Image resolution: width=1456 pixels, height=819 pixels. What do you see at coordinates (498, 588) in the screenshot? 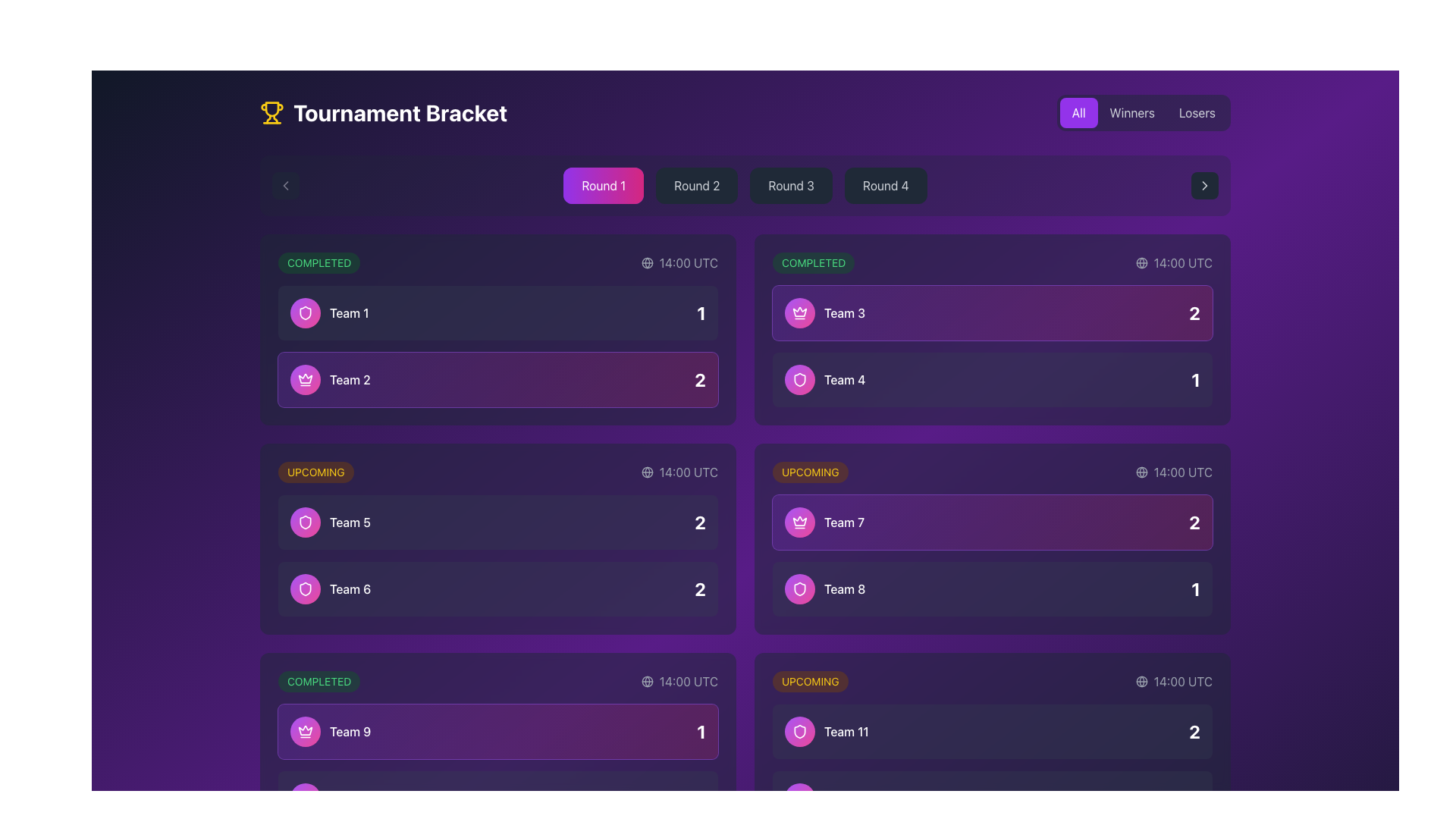
I see `the second display card or list item component located below 'Team 5' in the bottom-left section of the interface` at bounding box center [498, 588].